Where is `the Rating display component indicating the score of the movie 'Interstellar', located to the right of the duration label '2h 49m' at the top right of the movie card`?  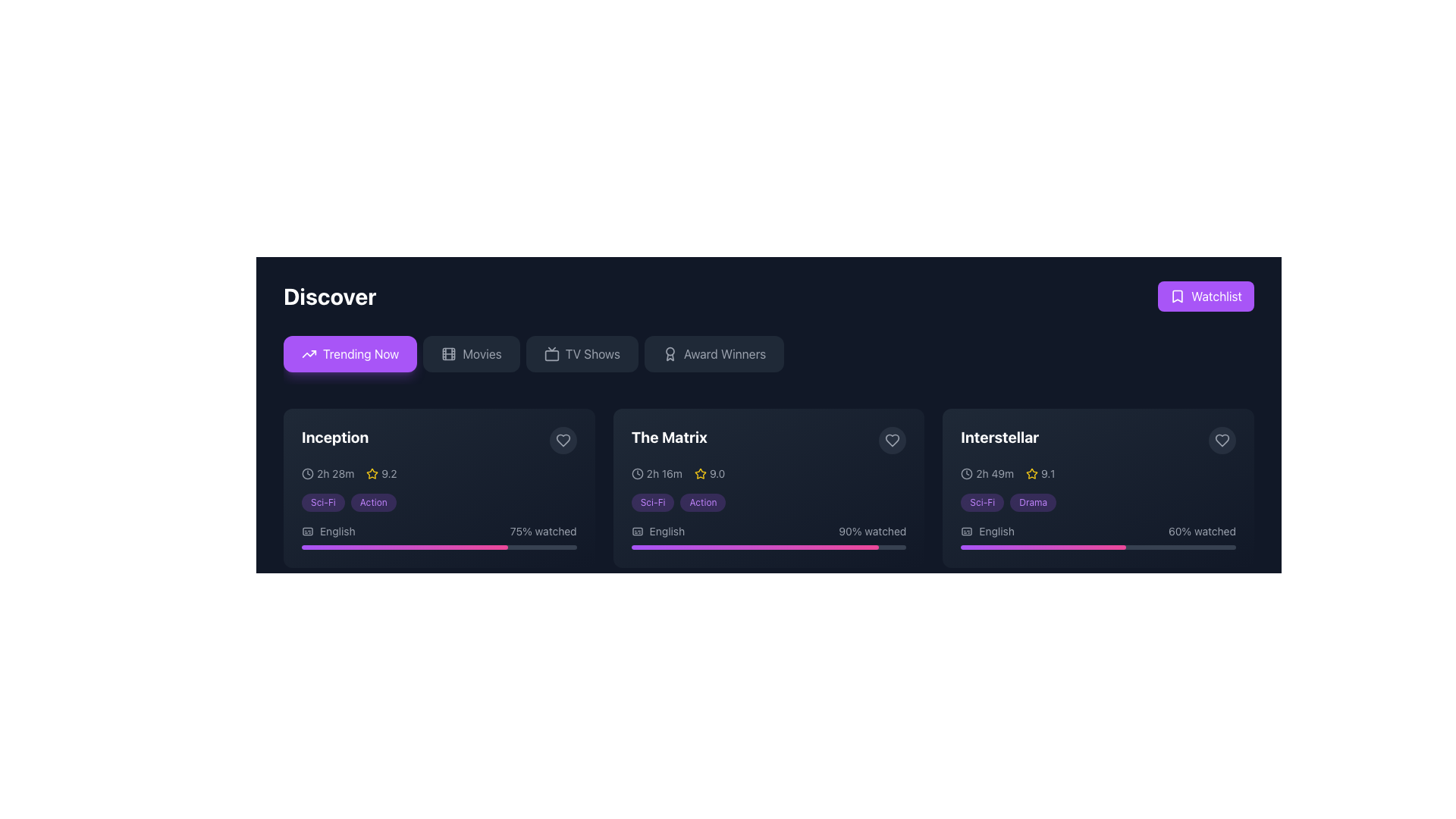
the Rating display component indicating the score of the movie 'Interstellar', located to the right of the duration label '2h 49m' at the top right of the movie card is located at coordinates (1040, 472).